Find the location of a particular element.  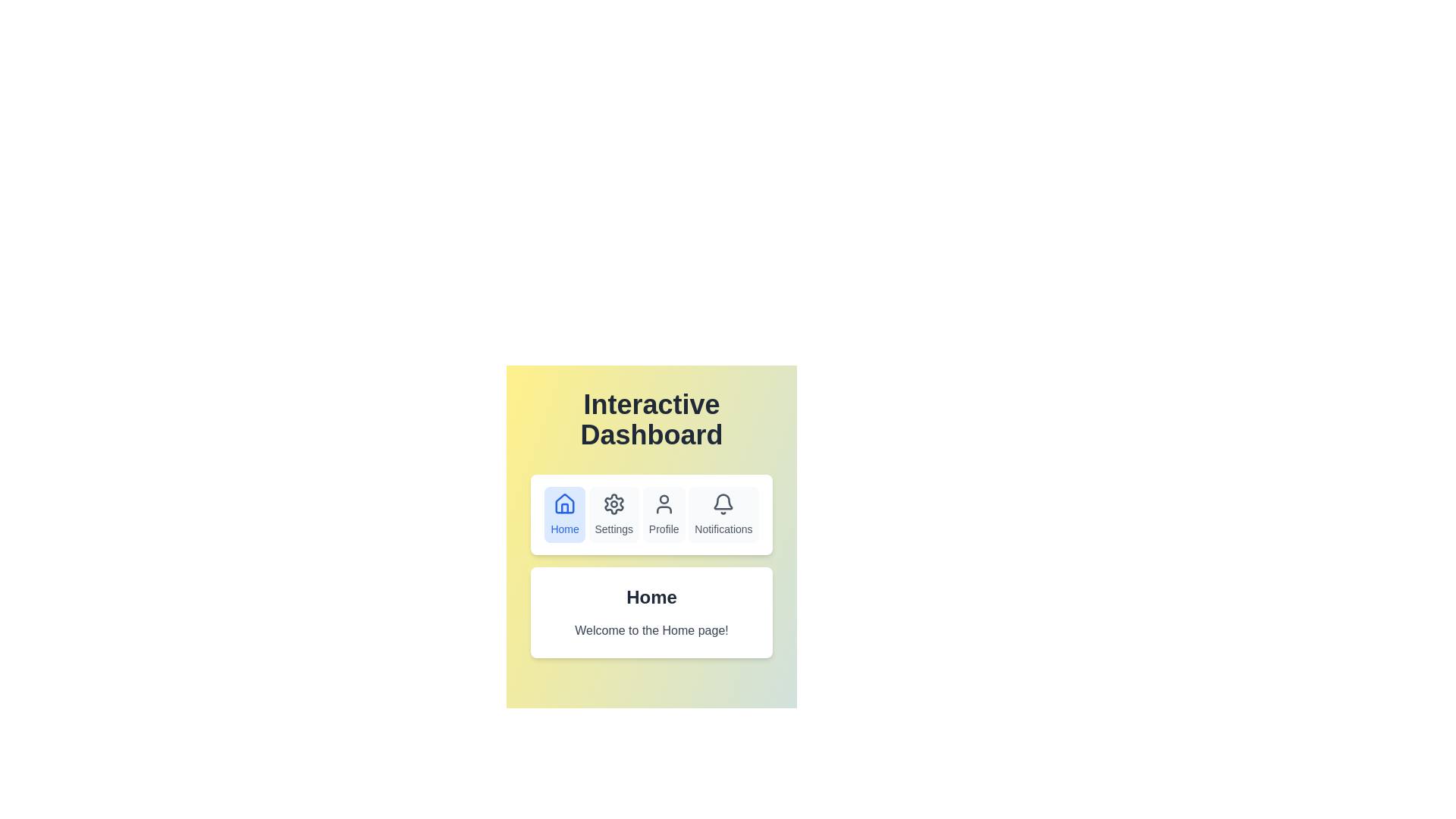

the Notifications tab in the navigation bar is located at coordinates (723, 513).